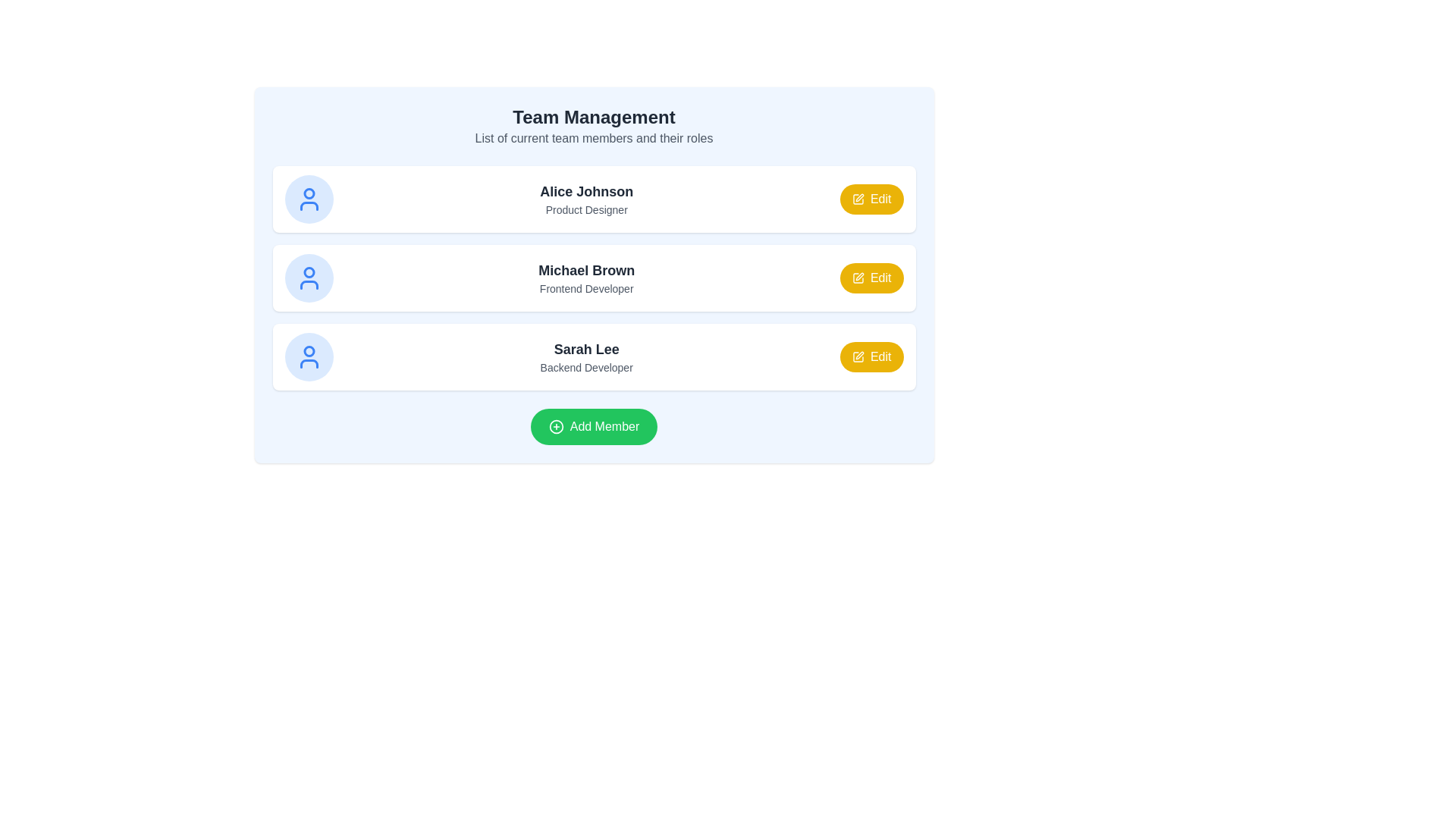 This screenshot has width=1456, height=819. I want to click on the bottom half of the user icon representing 'Michael Brown' in the user list, so click(308, 284).